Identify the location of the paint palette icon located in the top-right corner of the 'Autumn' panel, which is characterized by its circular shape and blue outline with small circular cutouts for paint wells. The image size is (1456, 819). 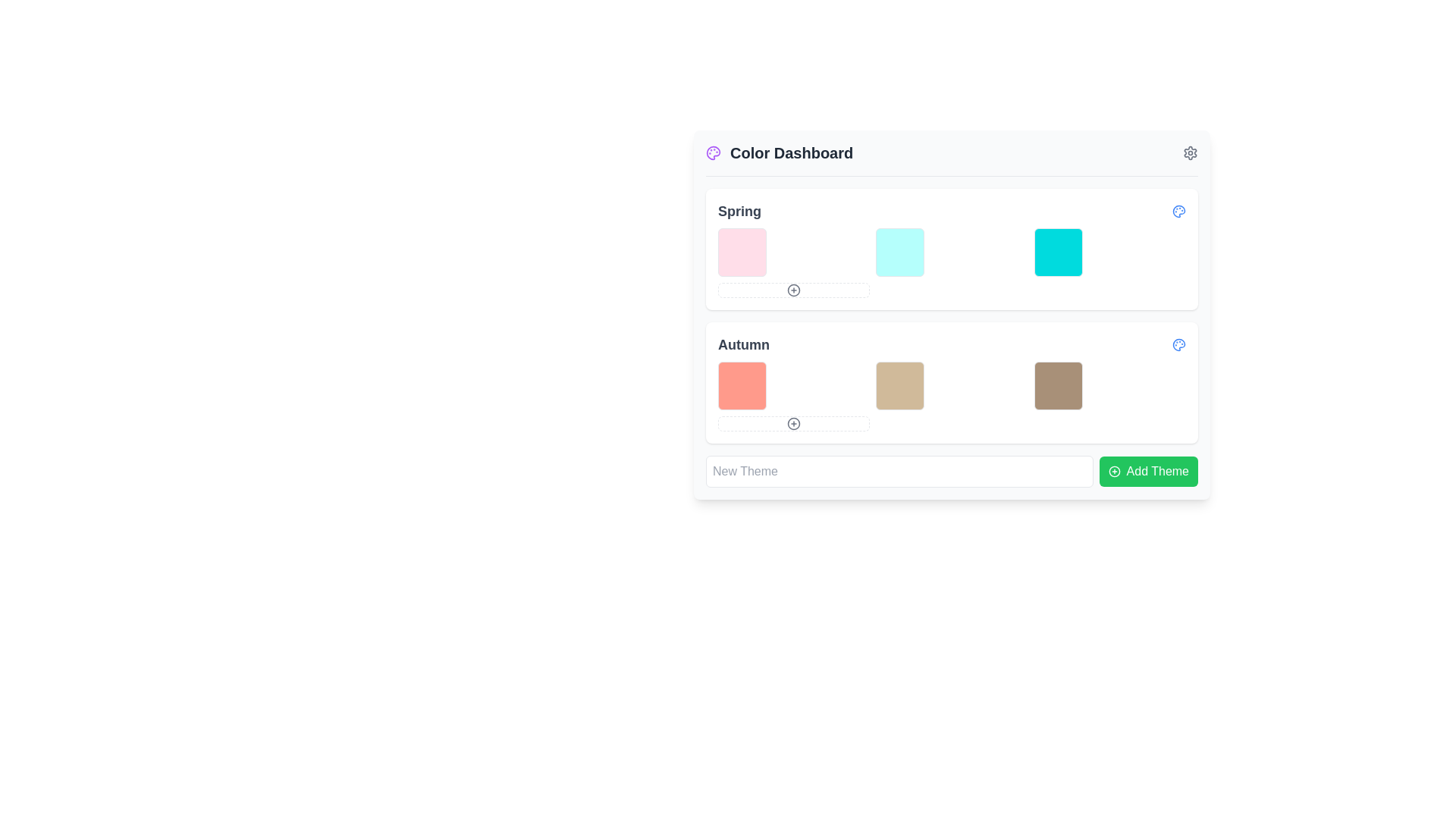
(1178, 211).